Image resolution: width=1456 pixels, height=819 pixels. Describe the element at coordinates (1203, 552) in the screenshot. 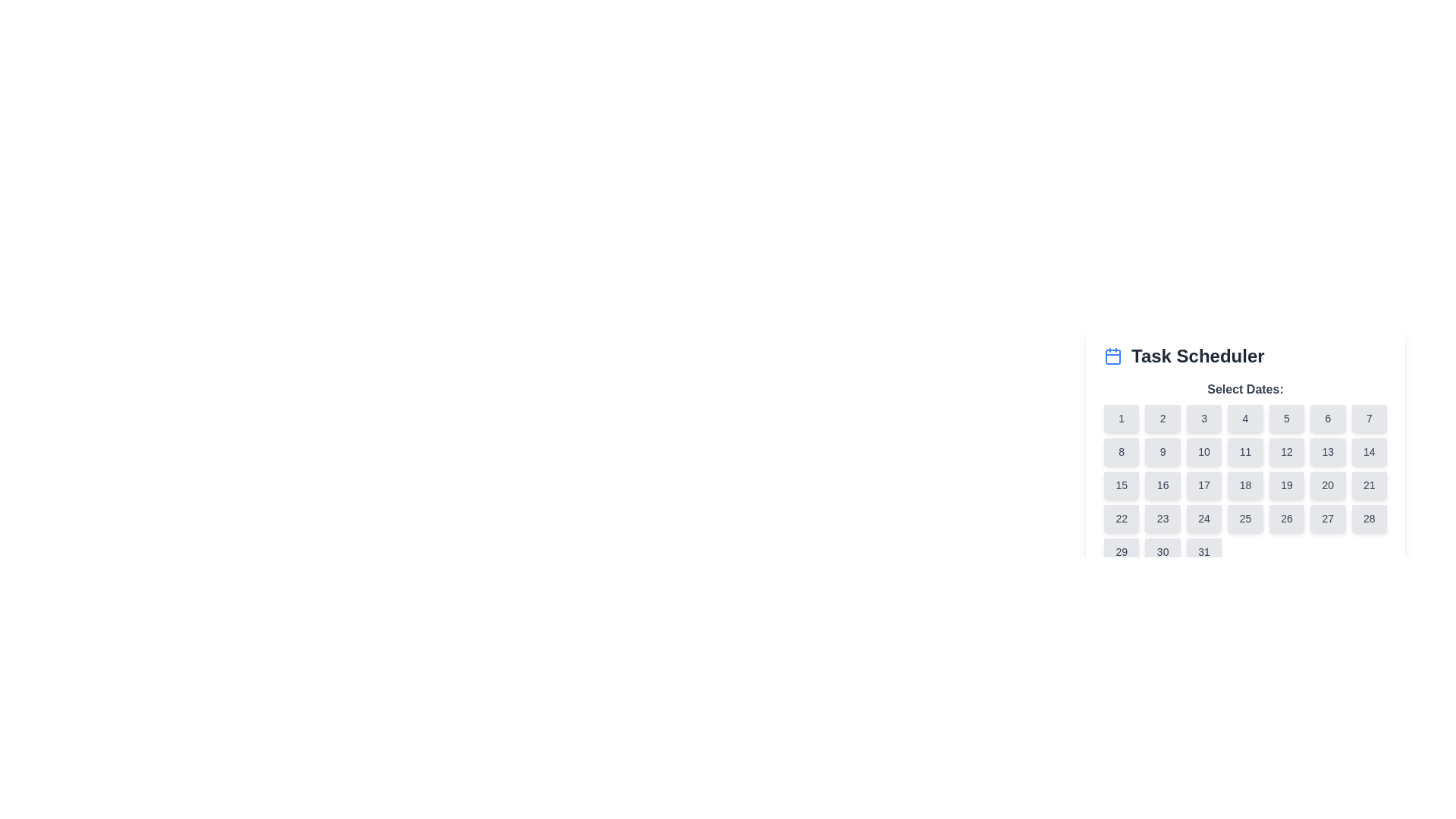

I see `the date selection button labeled '31' located in the bottom-right corner of the grid layout for keyboard interaction` at that location.